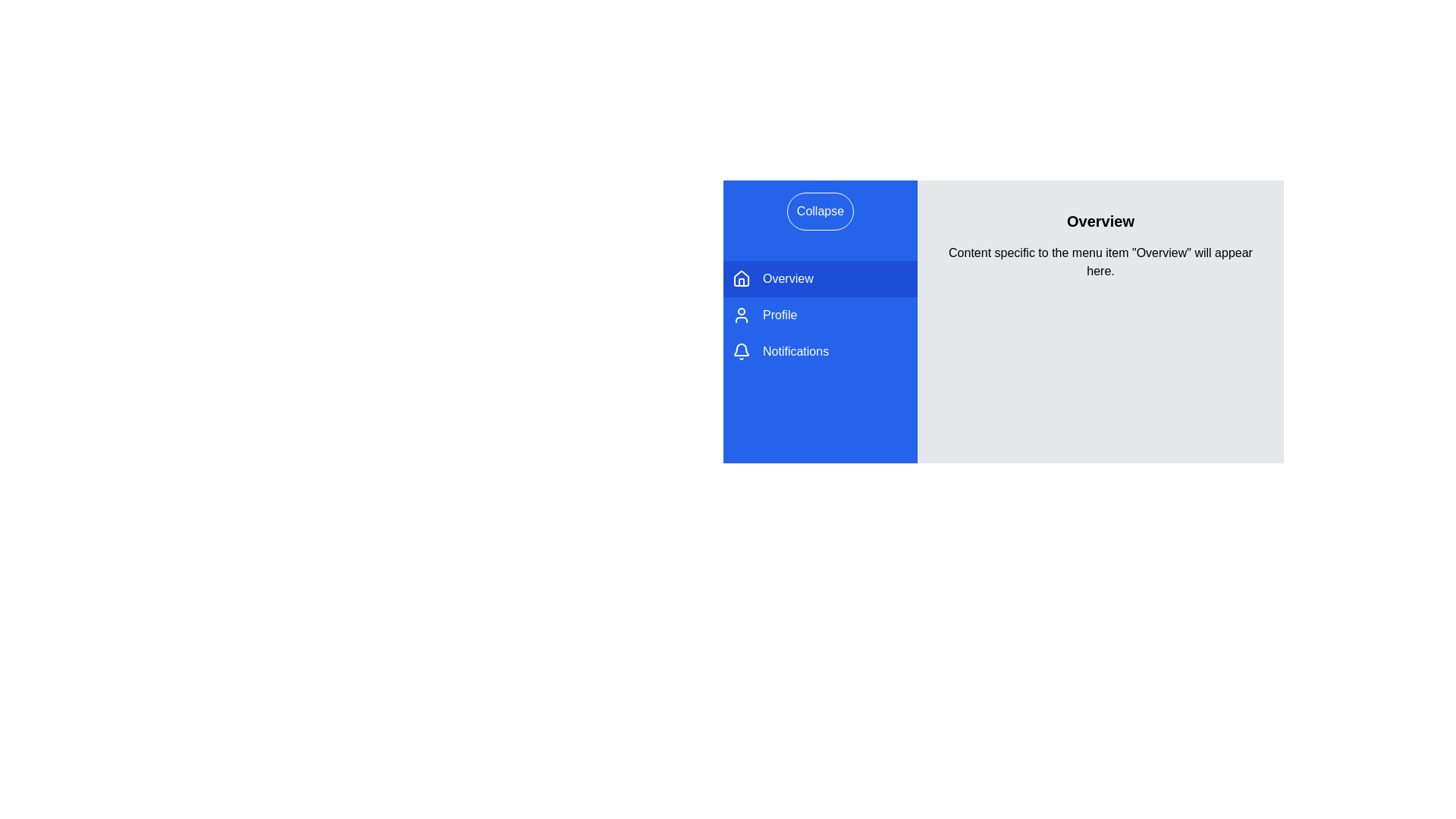  What do you see at coordinates (742, 351) in the screenshot?
I see `the bell icon in the navigation menu, located between the 'Profile' section and the 'Notifications' text` at bounding box center [742, 351].